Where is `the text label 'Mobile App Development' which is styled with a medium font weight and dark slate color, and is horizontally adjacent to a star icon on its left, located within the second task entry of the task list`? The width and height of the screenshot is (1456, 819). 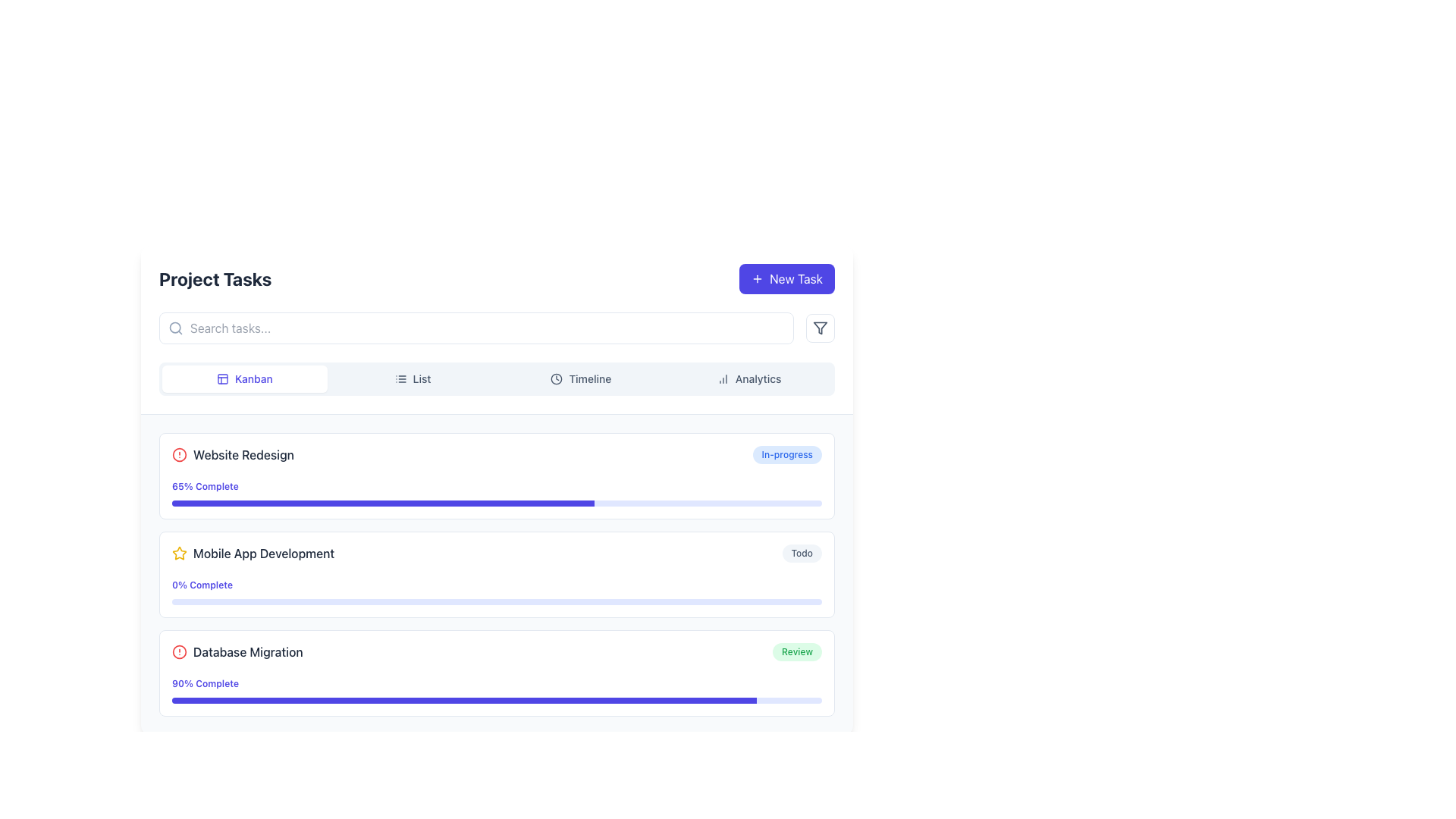
the text label 'Mobile App Development' which is styled with a medium font weight and dark slate color, and is horizontally adjacent to a star icon on its left, located within the second task entry of the task list is located at coordinates (264, 553).